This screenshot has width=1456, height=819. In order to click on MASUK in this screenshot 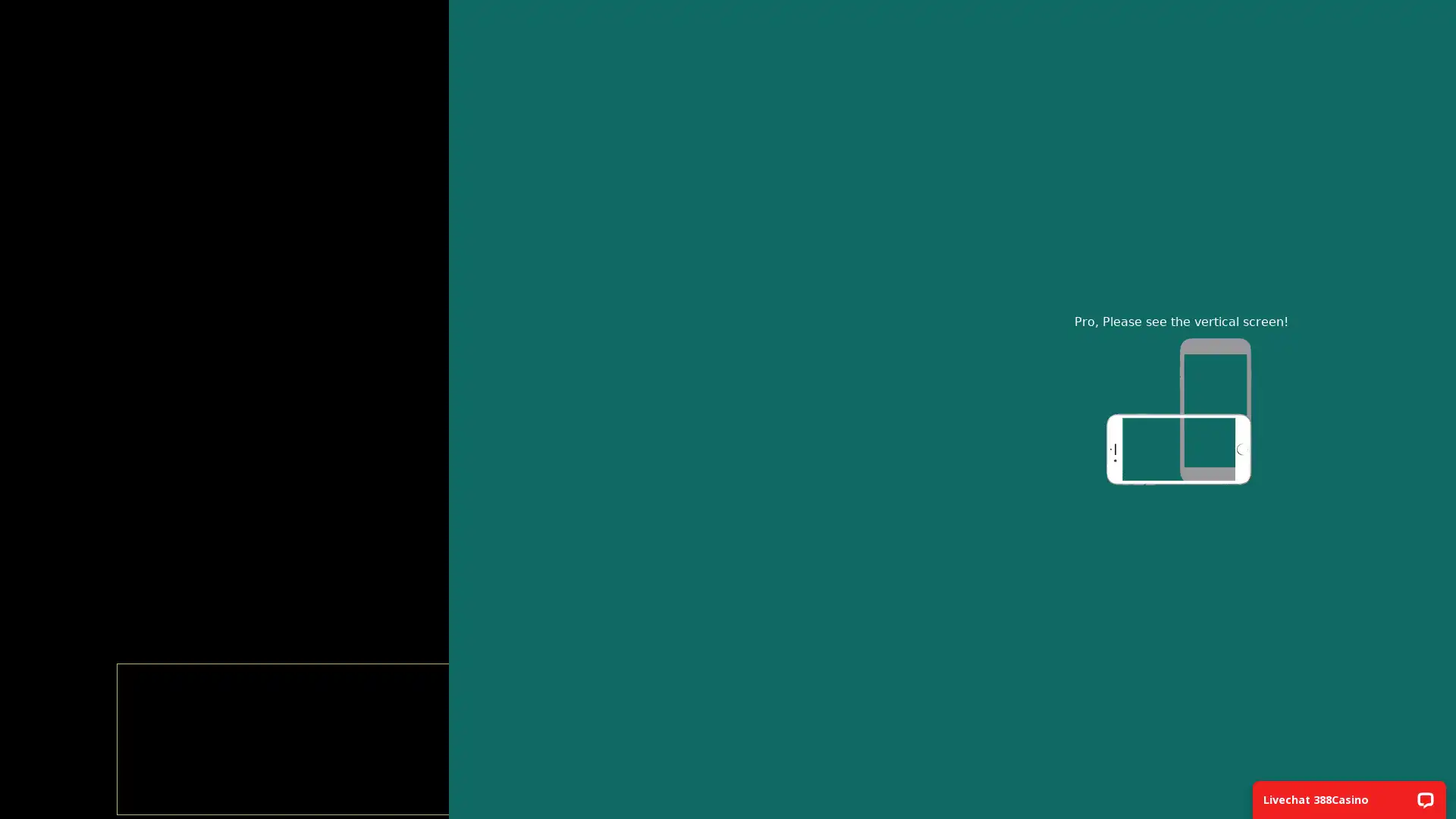, I will do `click(726, 289)`.